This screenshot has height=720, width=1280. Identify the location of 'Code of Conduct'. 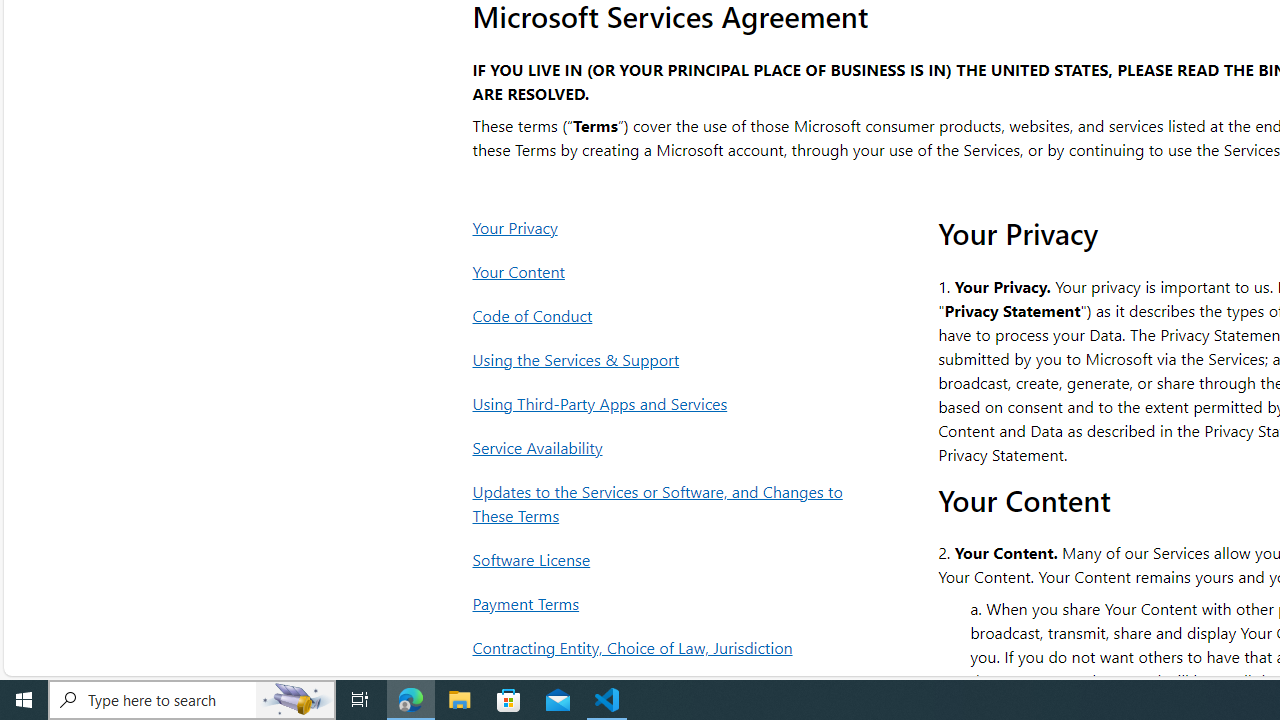
(663, 315).